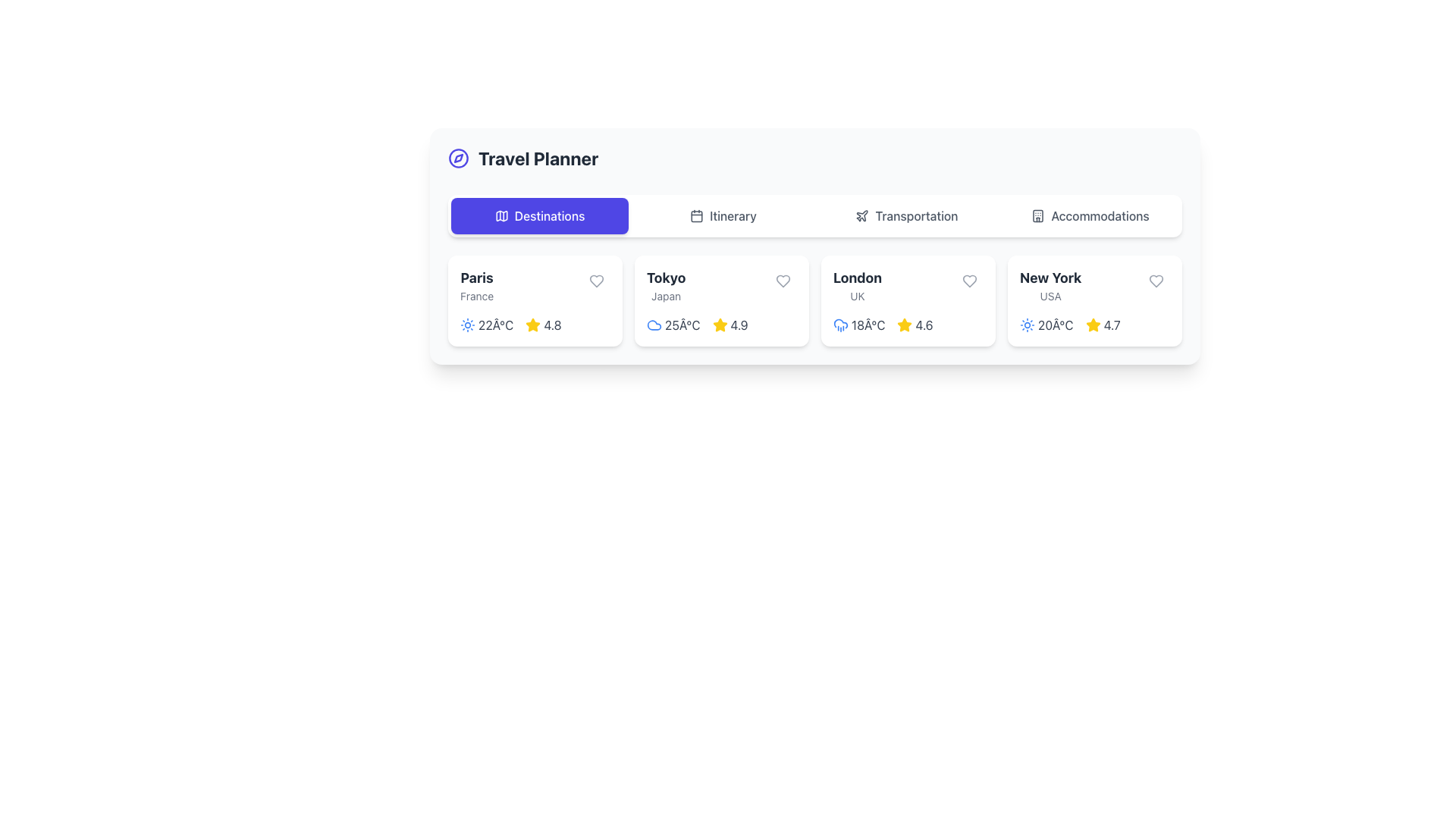  I want to click on the 'Accommodations' text label located on the top-right portion of the interface, aligned with the 'Transportation' tab, so click(1100, 216).